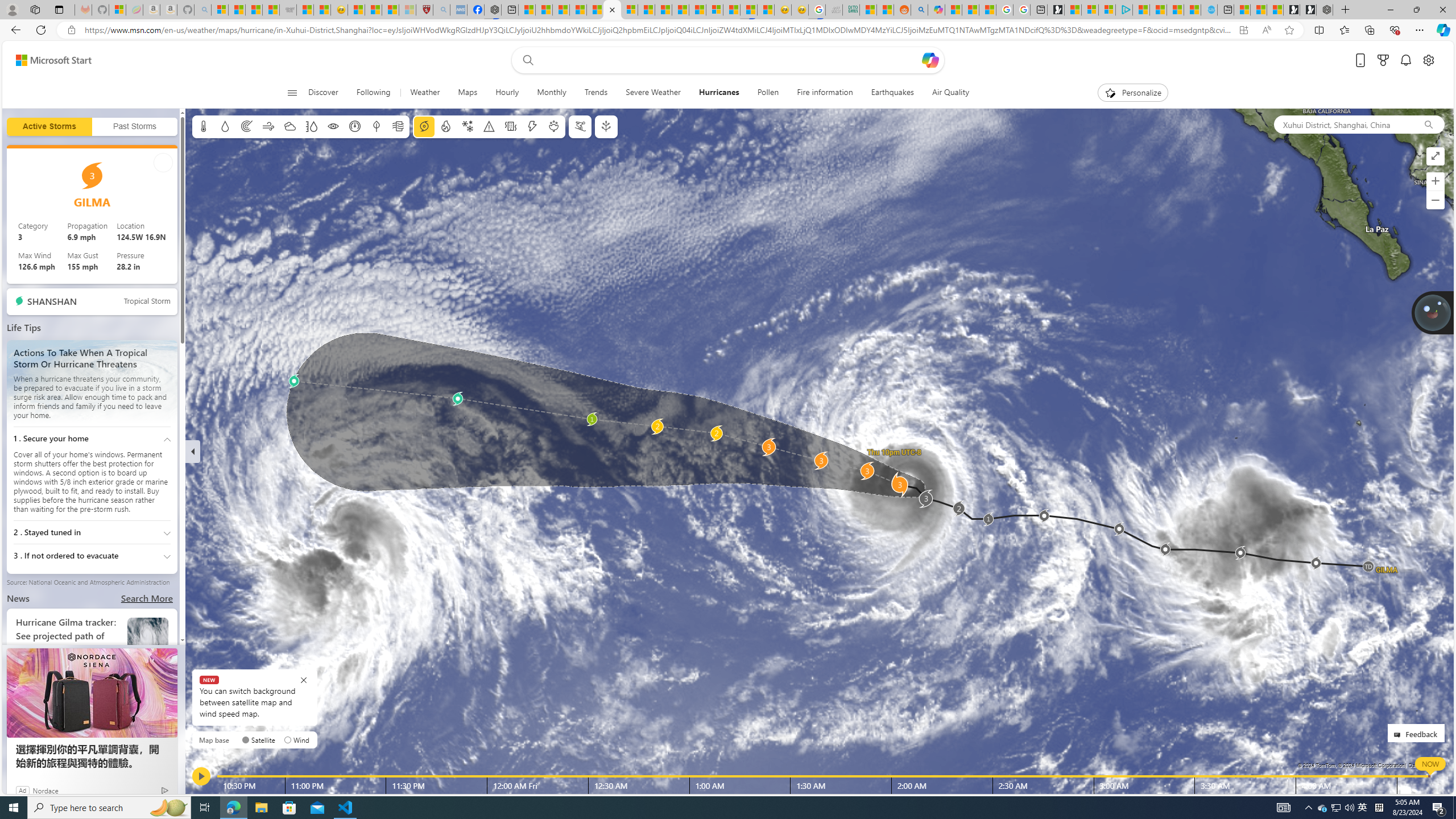  What do you see at coordinates (1435, 180) in the screenshot?
I see `'Zoom in'` at bounding box center [1435, 180].